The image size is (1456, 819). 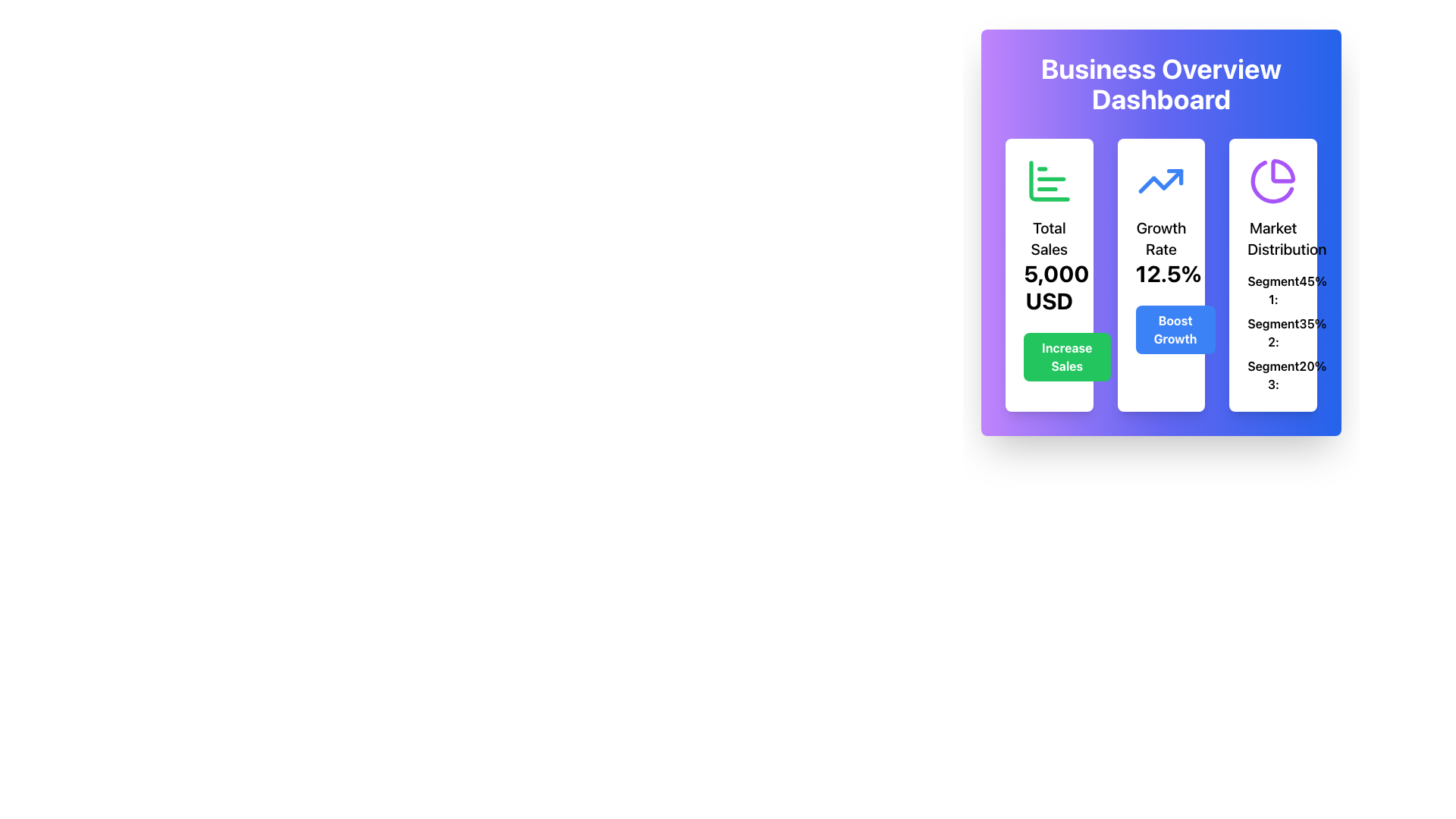 What do you see at coordinates (1272, 181) in the screenshot?
I see `the pie chart in the 'Market Distribution' section of the dashboard, which is a circular shape in purple color with a highlighted segment` at bounding box center [1272, 181].